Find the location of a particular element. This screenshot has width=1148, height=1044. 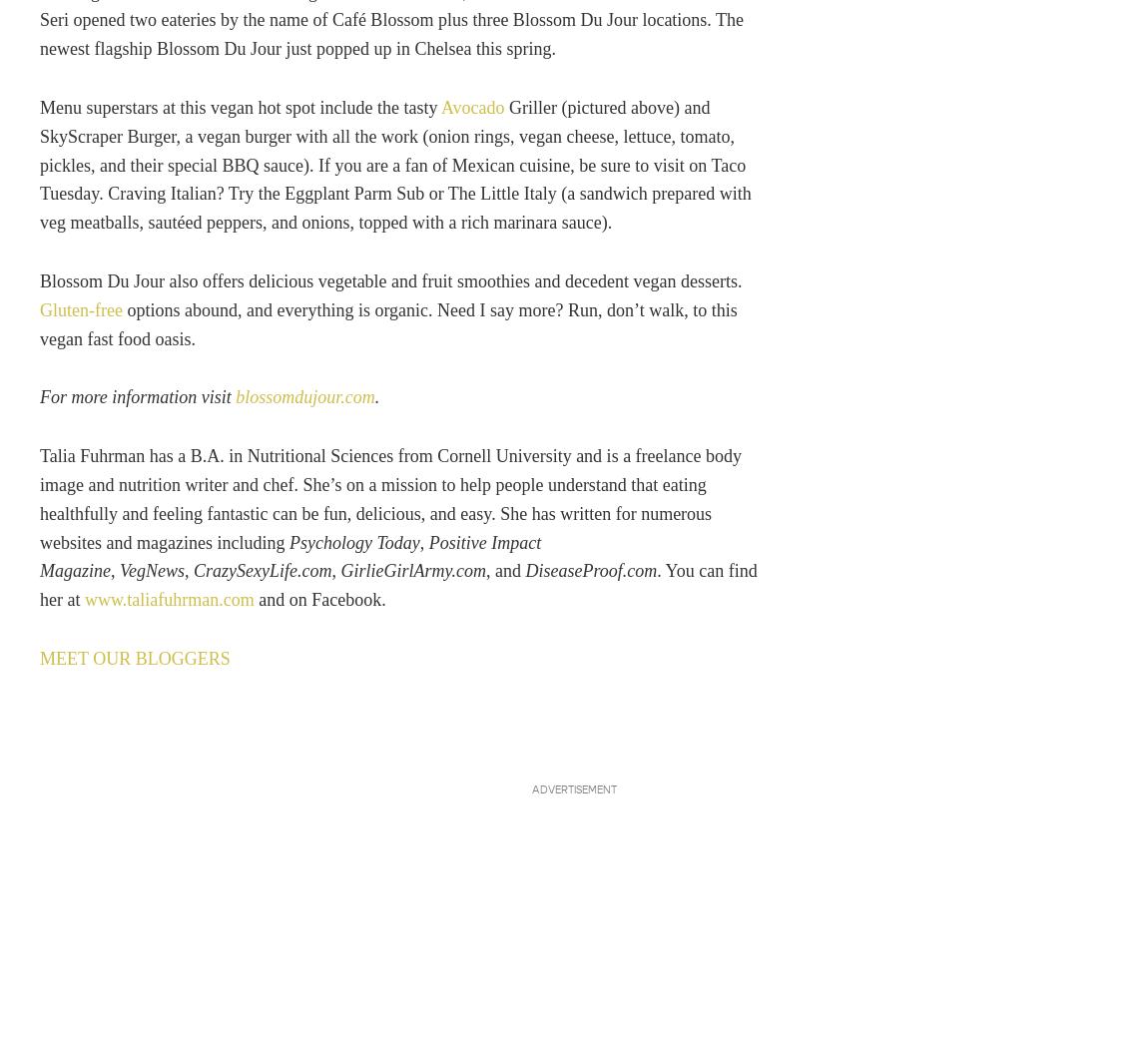

'Positive Impact Magazine' is located at coordinates (289, 555).